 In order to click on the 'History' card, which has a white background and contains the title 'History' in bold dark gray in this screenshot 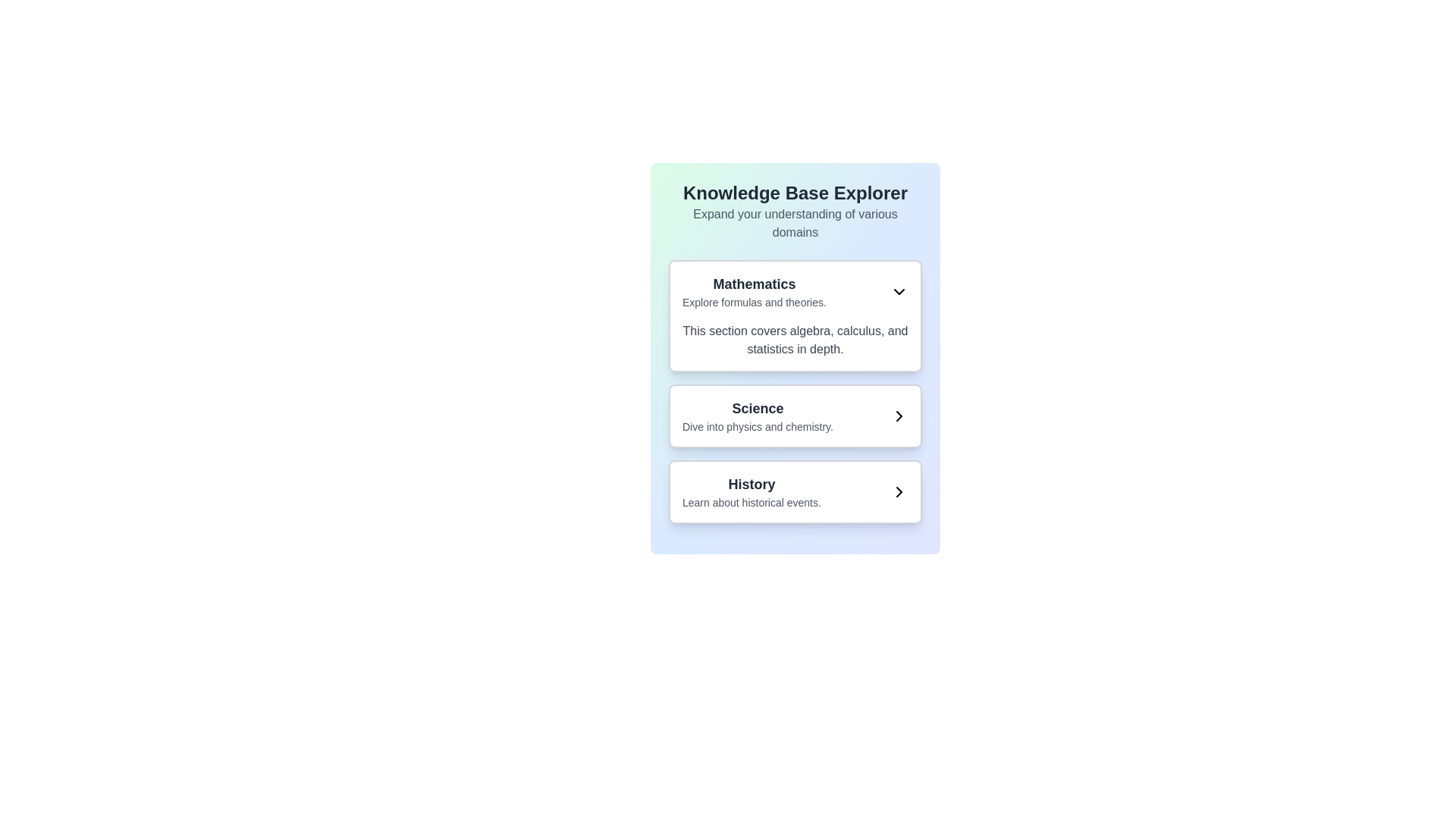, I will do `click(795, 491)`.